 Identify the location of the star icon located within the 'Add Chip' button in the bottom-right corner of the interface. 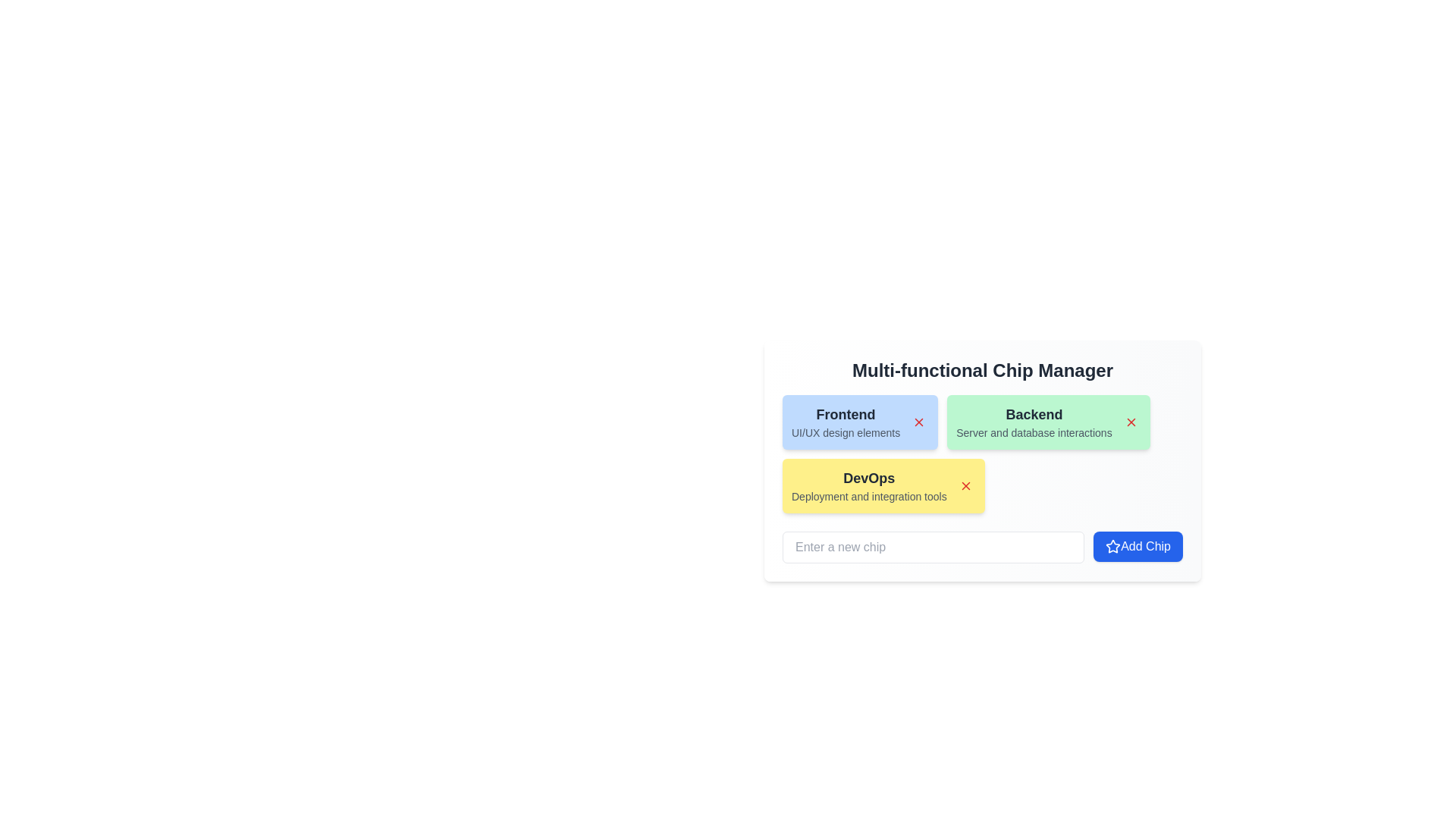
(1113, 546).